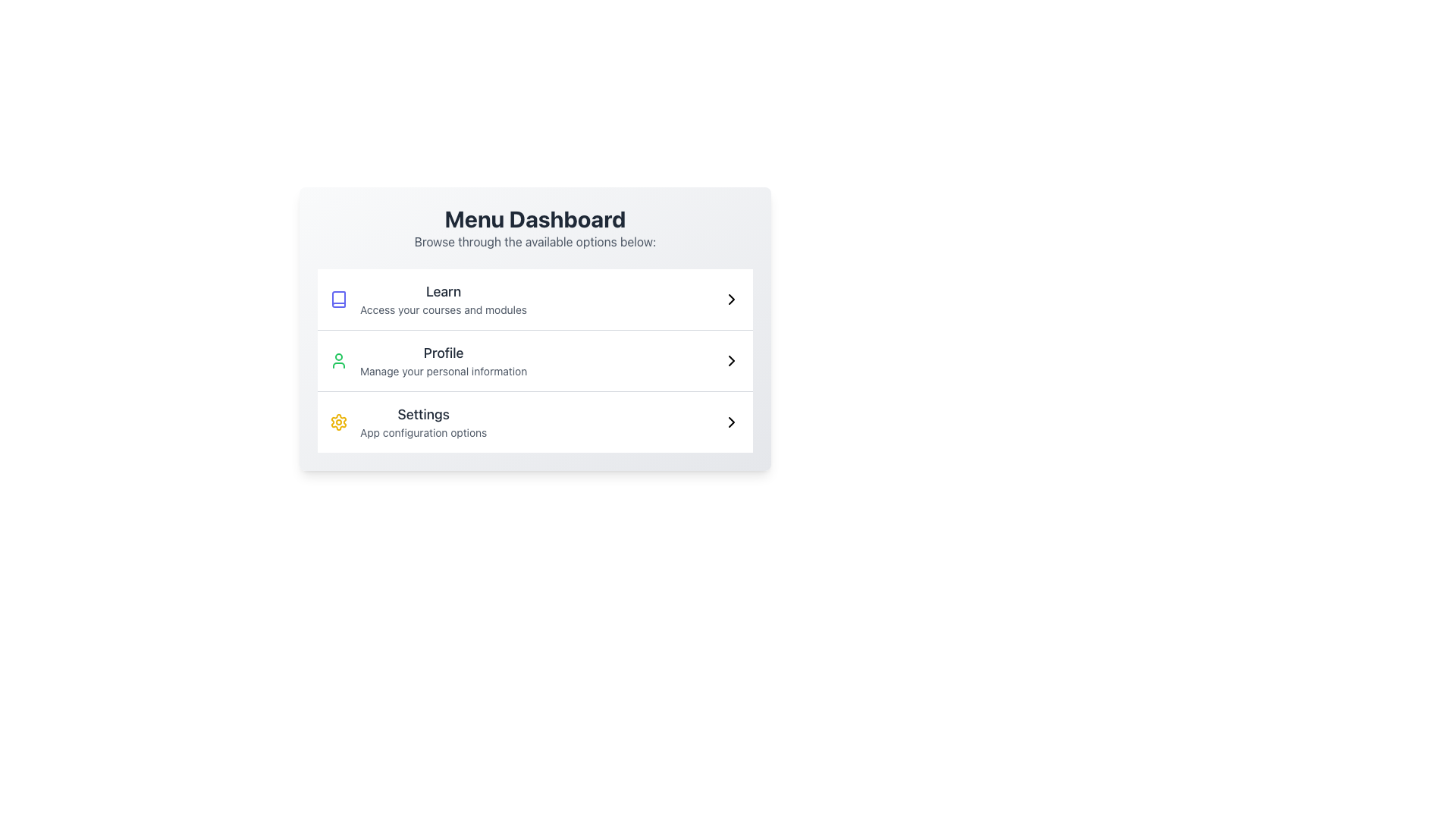 The width and height of the screenshot is (1456, 819). Describe the element at coordinates (443, 371) in the screenshot. I see `informational text 'Manage your personal information' displayed in gray beneath the 'Profile' title` at that location.